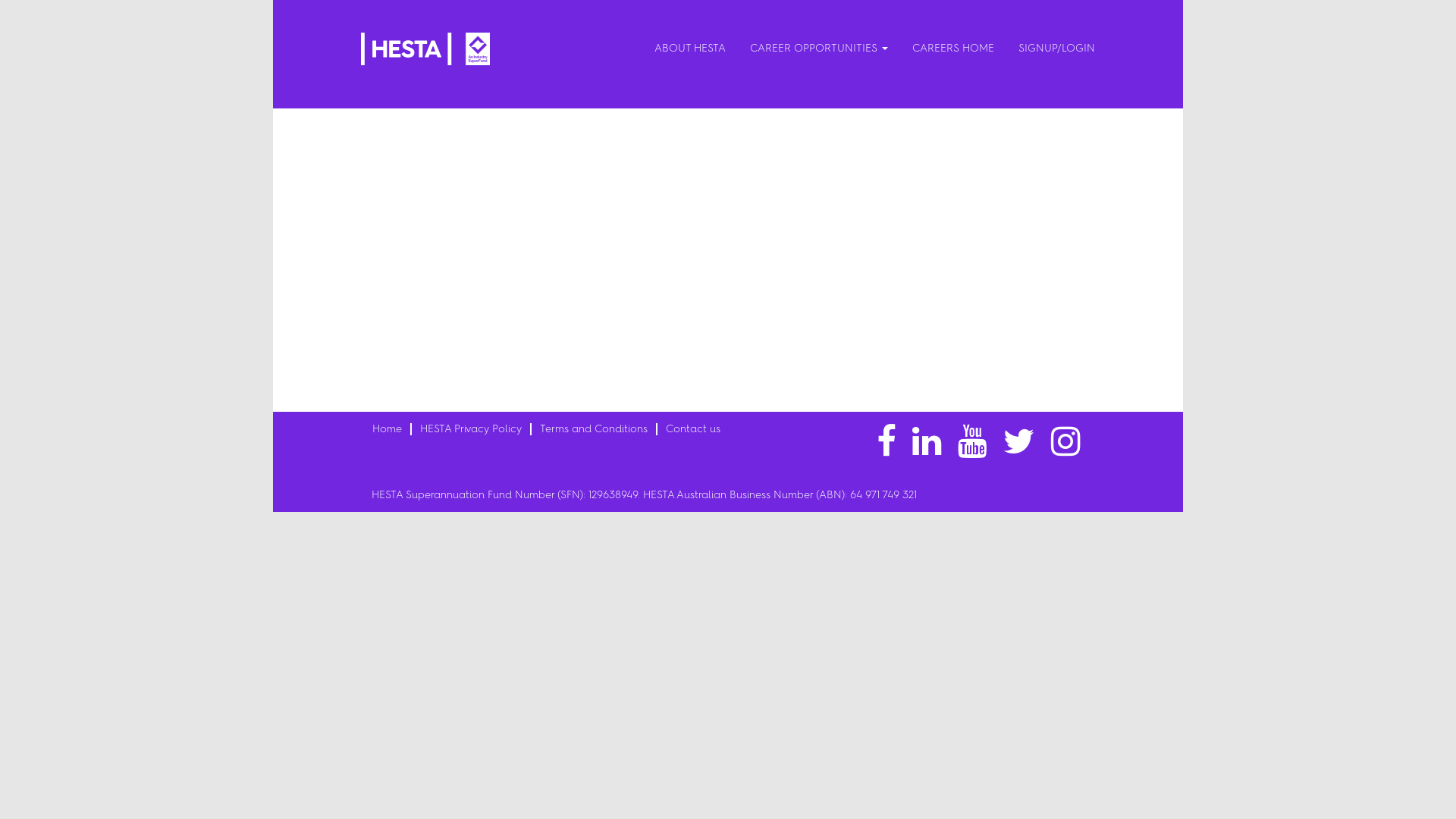  Describe the element at coordinates (469, 429) in the screenshot. I see `'HESTA Privacy Policy'` at that location.